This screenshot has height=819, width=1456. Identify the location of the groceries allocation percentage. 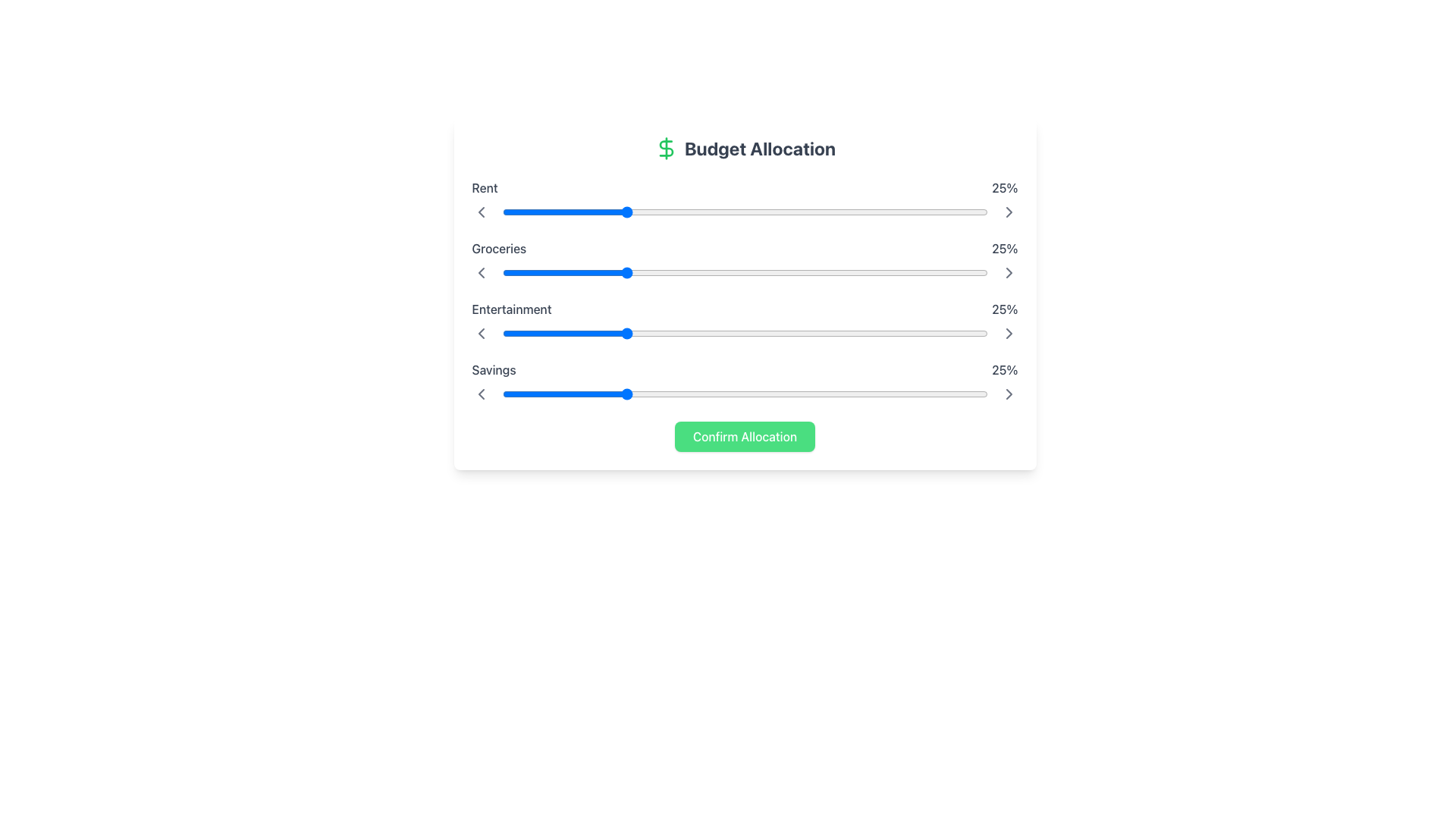
(638, 271).